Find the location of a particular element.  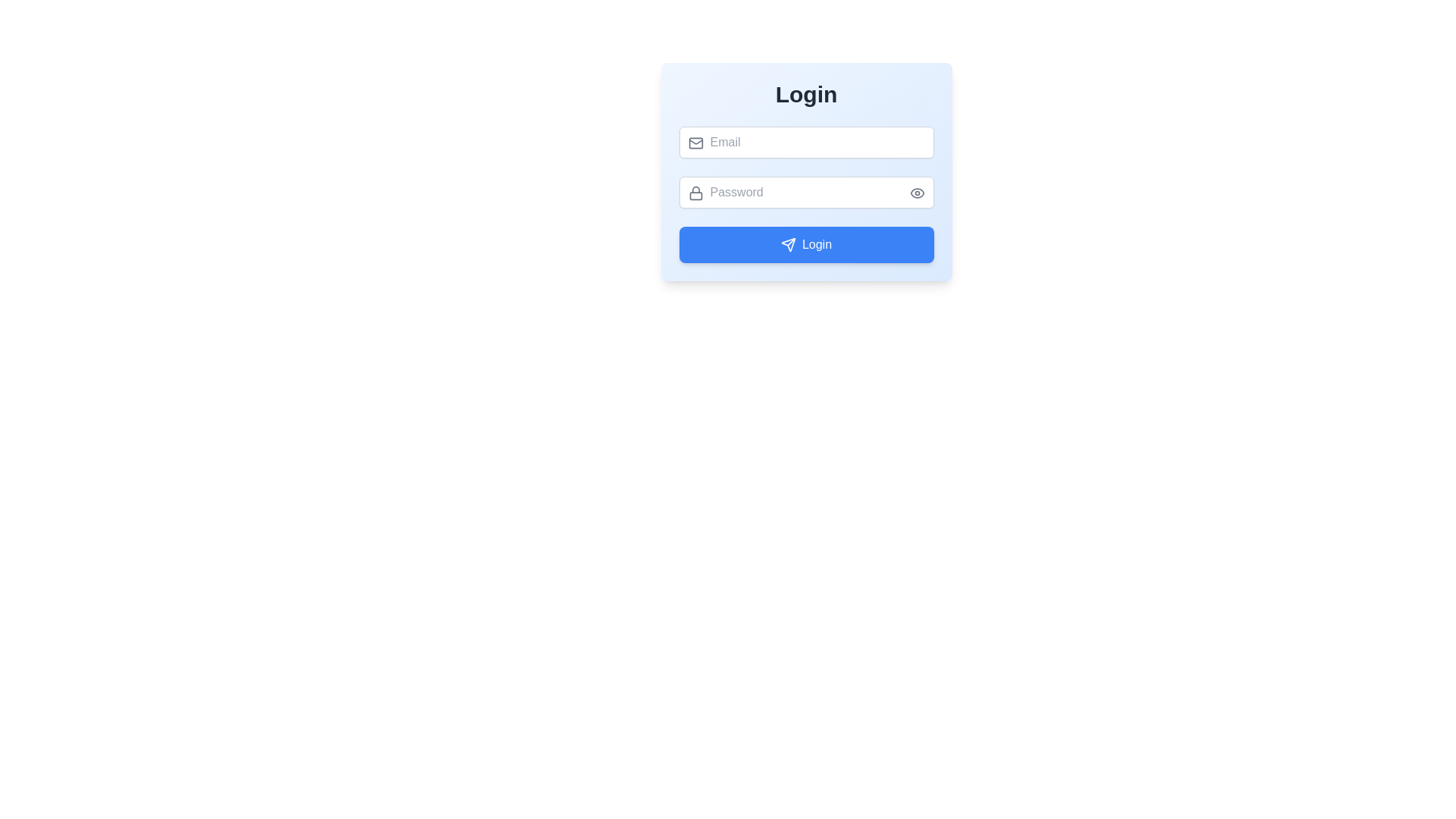

the icon that serves as a visual indicator for the email input field in the login form to prompt tooltips or interactions is located at coordinates (695, 143).